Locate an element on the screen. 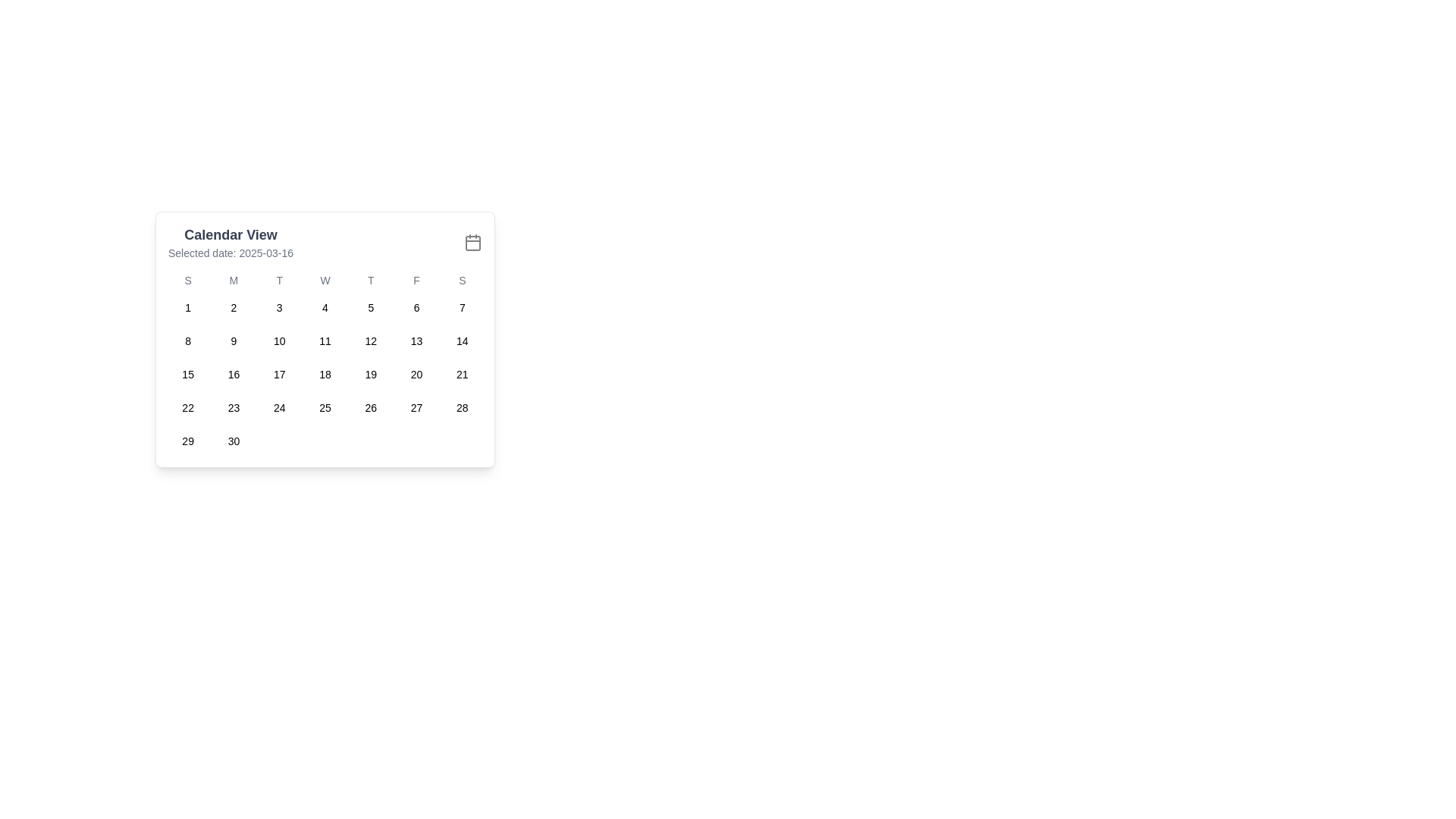 The width and height of the screenshot is (1456, 819). the clickable date cell displaying the number '21', located in the seventh column and fourth row of the calendar grid is located at coordinates (461, 374).